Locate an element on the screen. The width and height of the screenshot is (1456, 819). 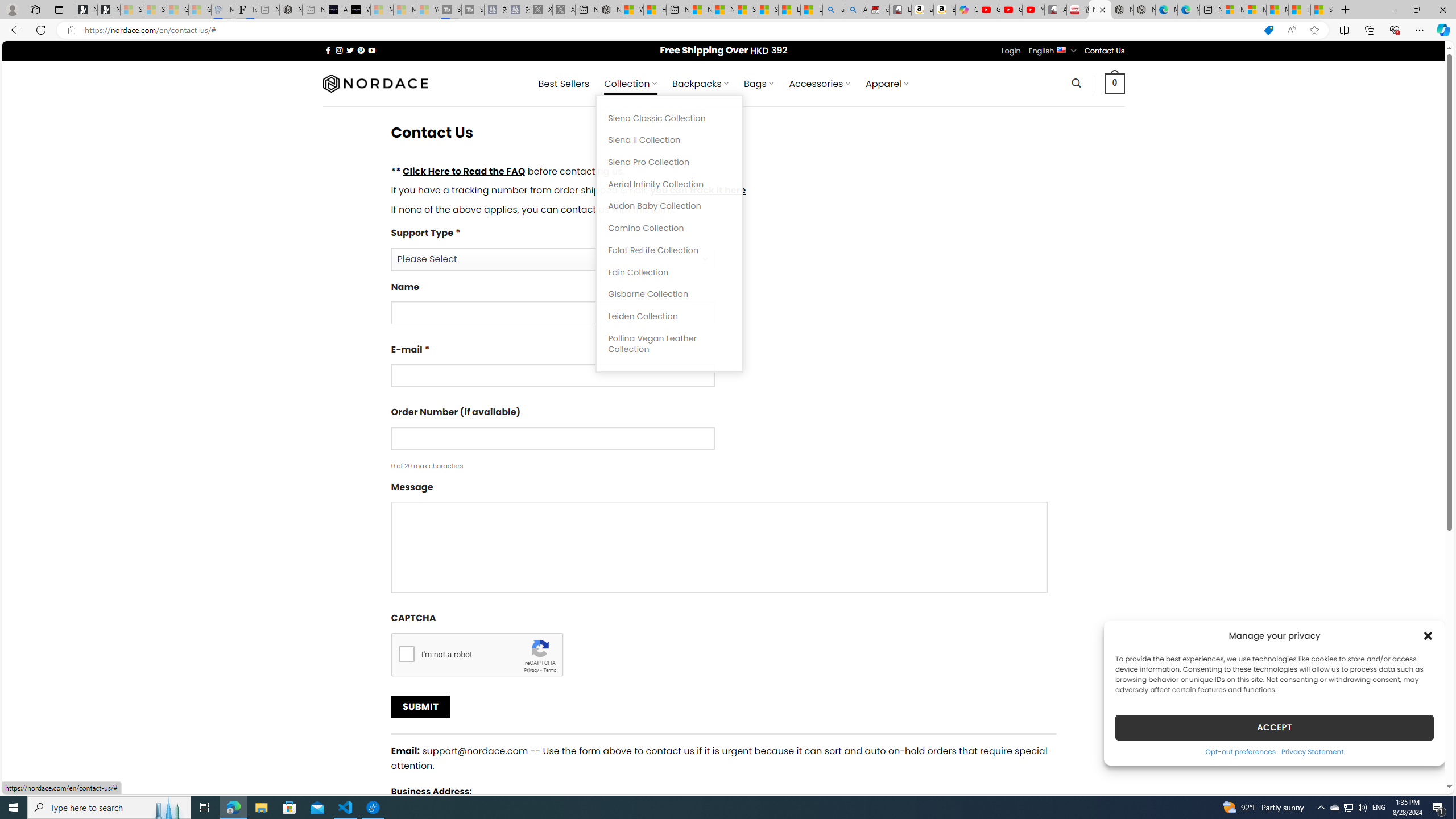
'ACCEPT' is located at coordinates (1275, 727).